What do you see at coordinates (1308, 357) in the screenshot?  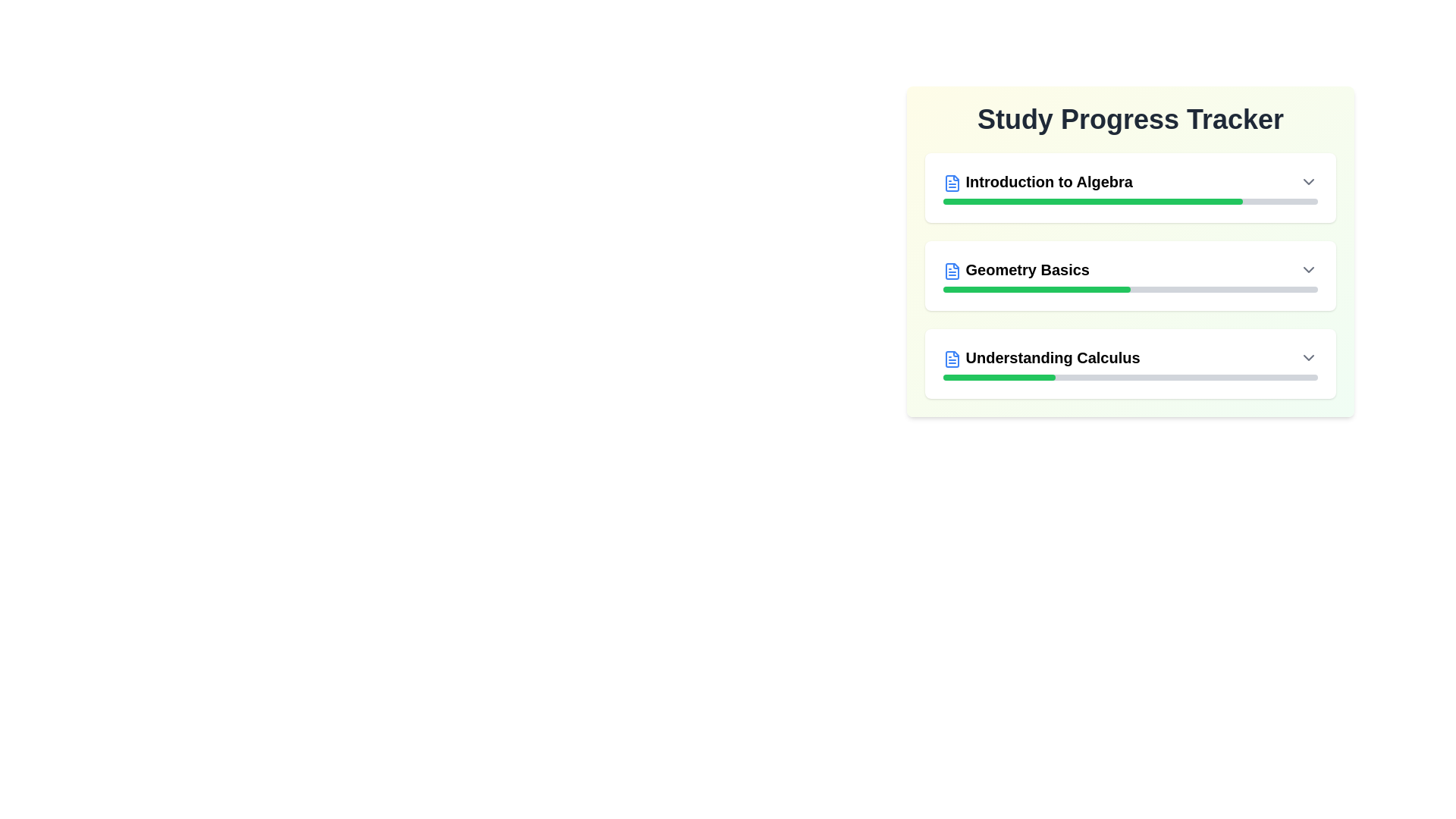 I see `the downward-facing chevron icon that is the interactive dropdown toggle located to the right of the text 'Understanding Calculus'` at bounding box center [1308, 357].